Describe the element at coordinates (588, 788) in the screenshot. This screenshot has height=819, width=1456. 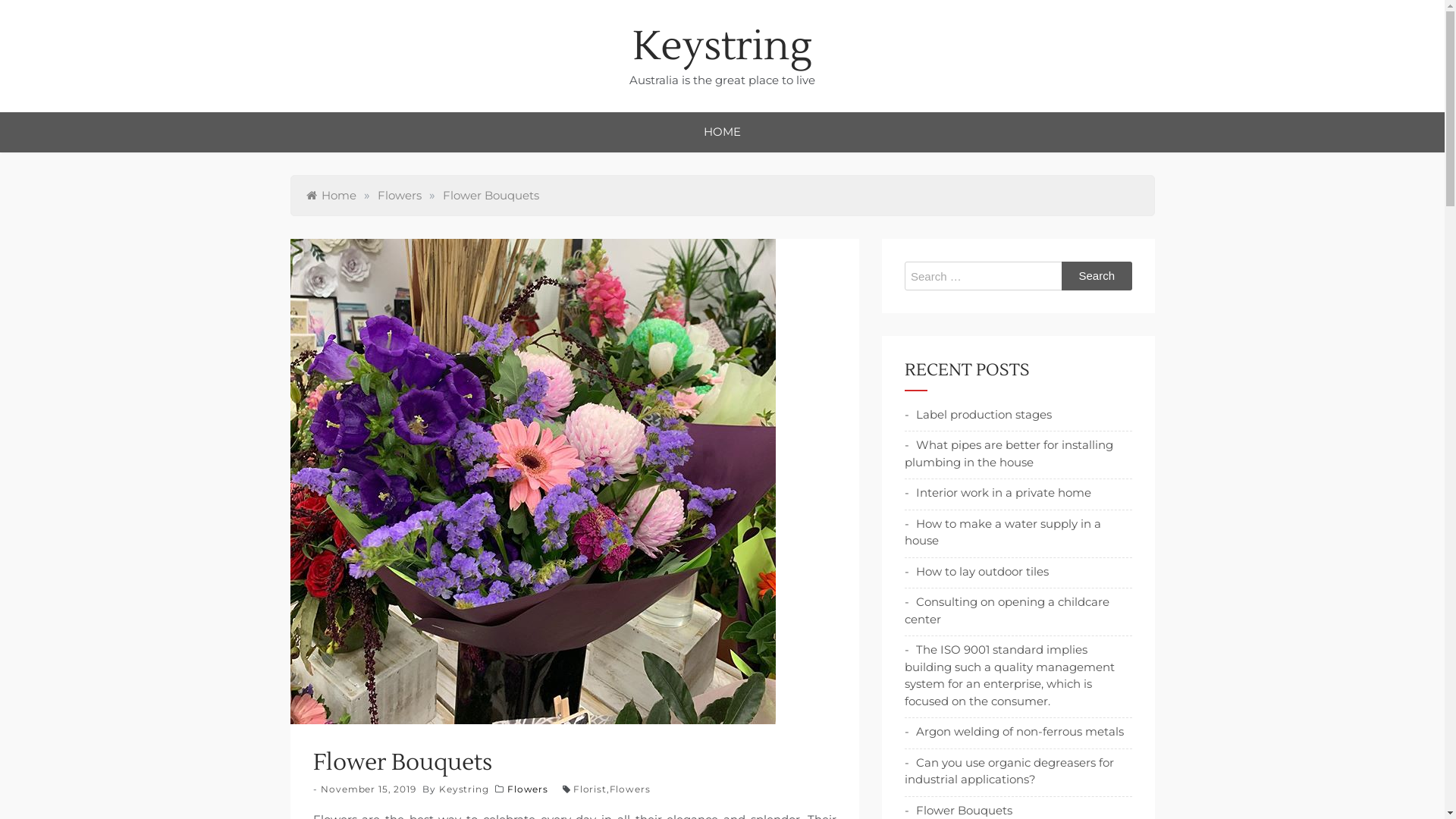
I see `'Florist'` at that location.